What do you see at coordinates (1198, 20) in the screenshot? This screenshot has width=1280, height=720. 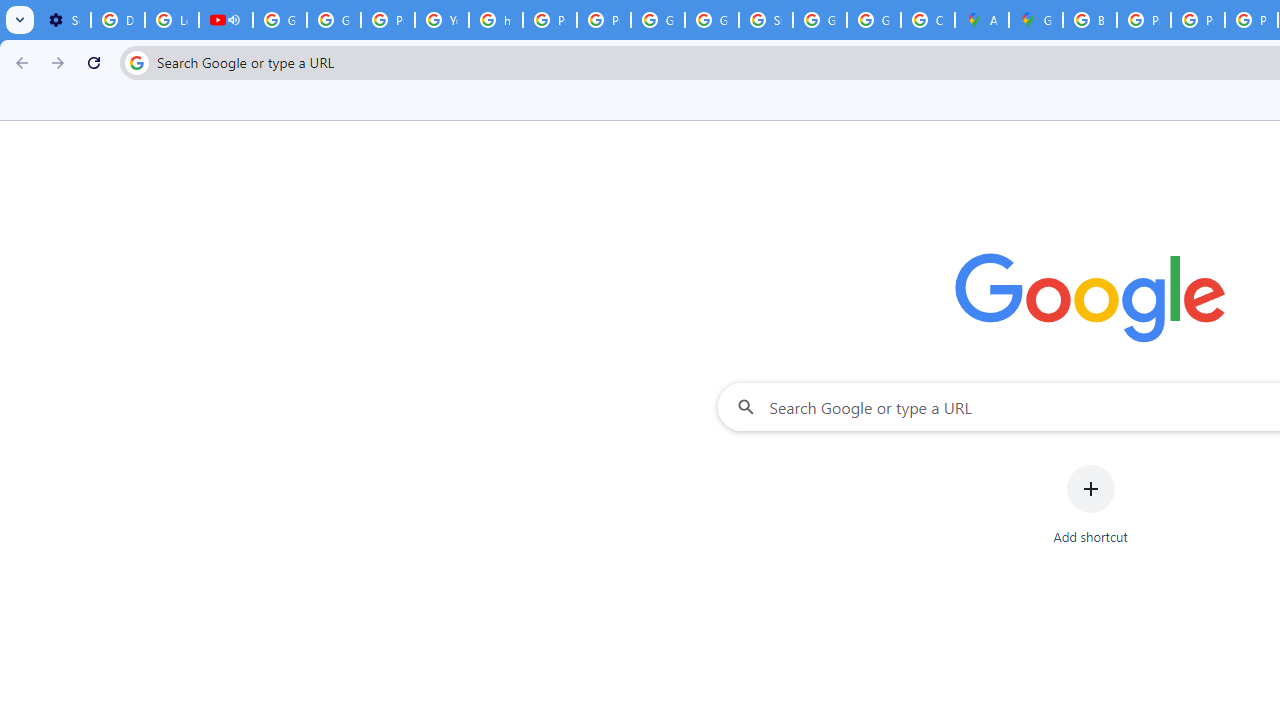 I see `'Privacy Help Center - Policies Help'` at bounding box center [1198, 20].